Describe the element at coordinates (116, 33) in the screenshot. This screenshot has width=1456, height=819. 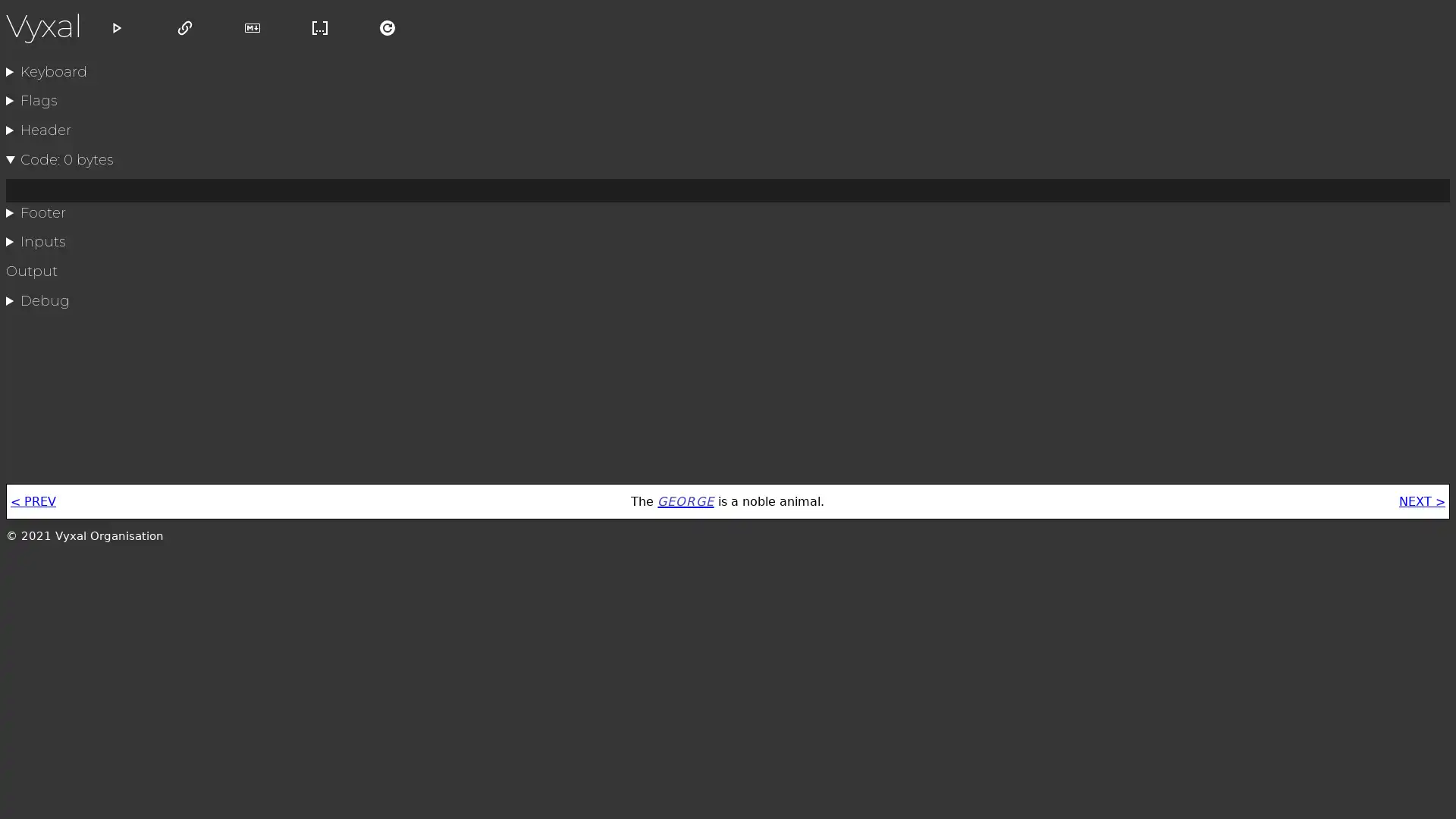
I see `Run Program` at that location.